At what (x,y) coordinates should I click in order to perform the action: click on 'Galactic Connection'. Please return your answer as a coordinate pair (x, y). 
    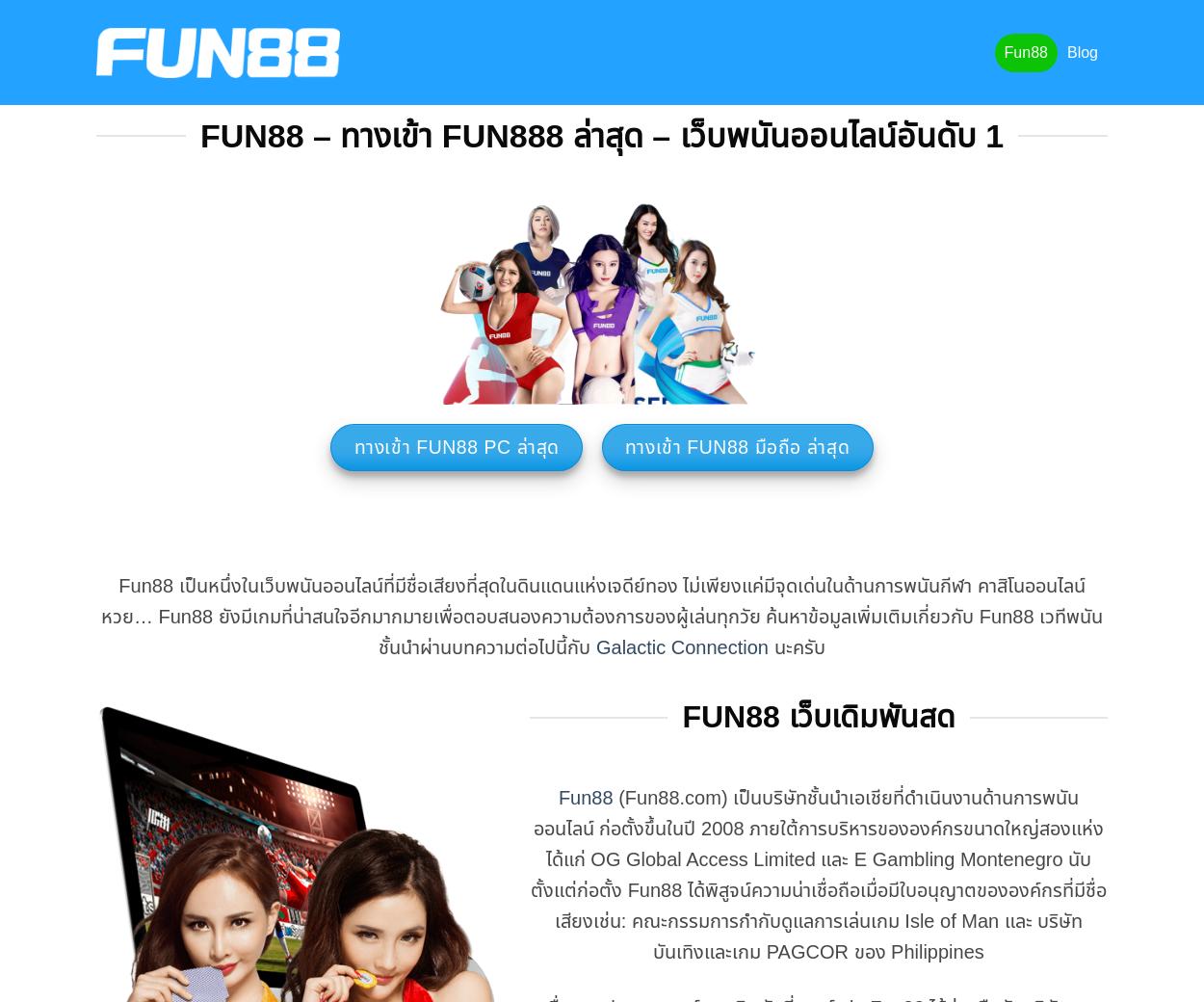
    Looking at the image, I should click on (681, 647).